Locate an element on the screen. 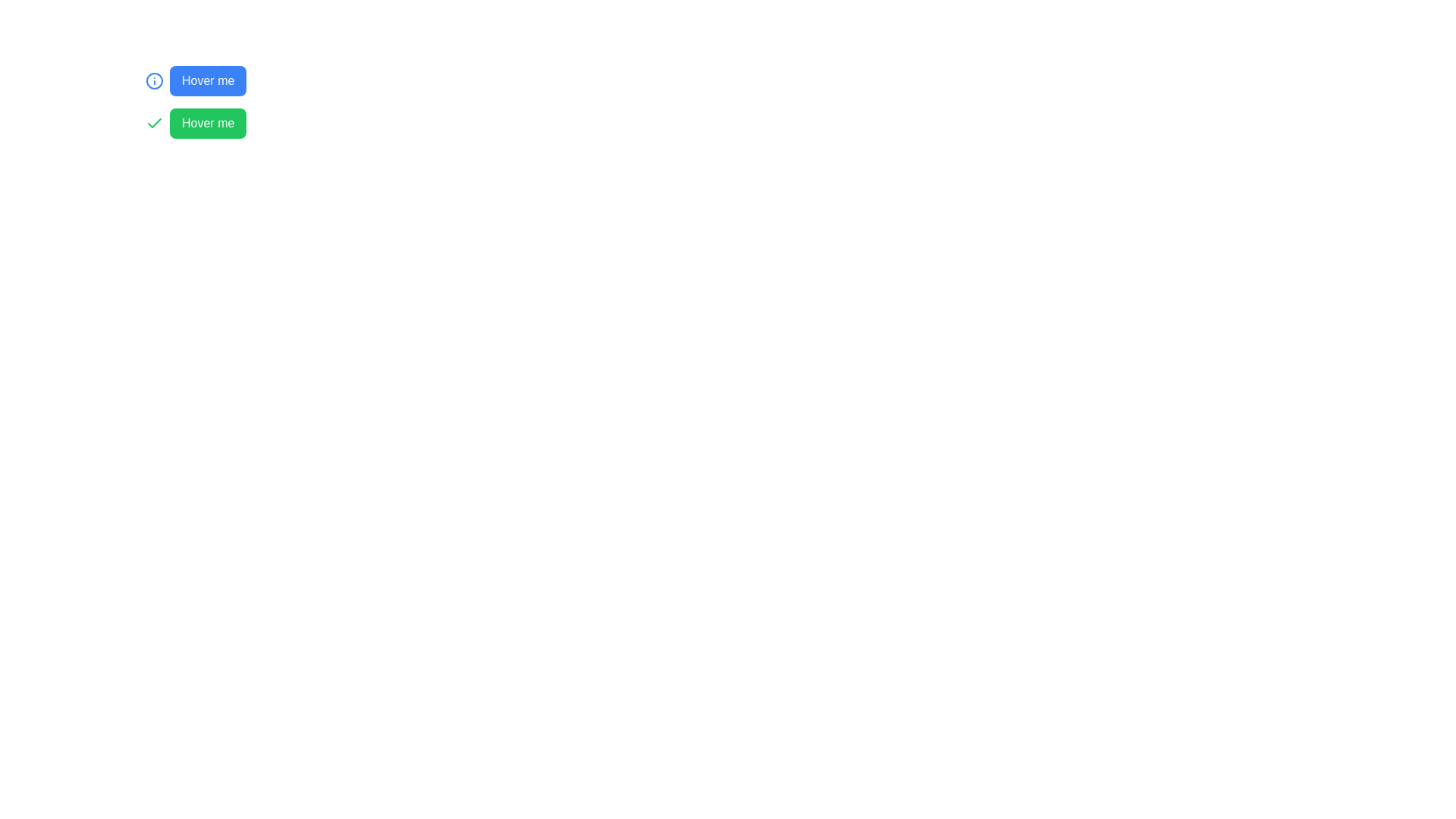 This screenshot has width=1456, height=819. the circular SVG element with a blue border and white fill, which is the primary part of an information icon is located at coordinates (154, 81).